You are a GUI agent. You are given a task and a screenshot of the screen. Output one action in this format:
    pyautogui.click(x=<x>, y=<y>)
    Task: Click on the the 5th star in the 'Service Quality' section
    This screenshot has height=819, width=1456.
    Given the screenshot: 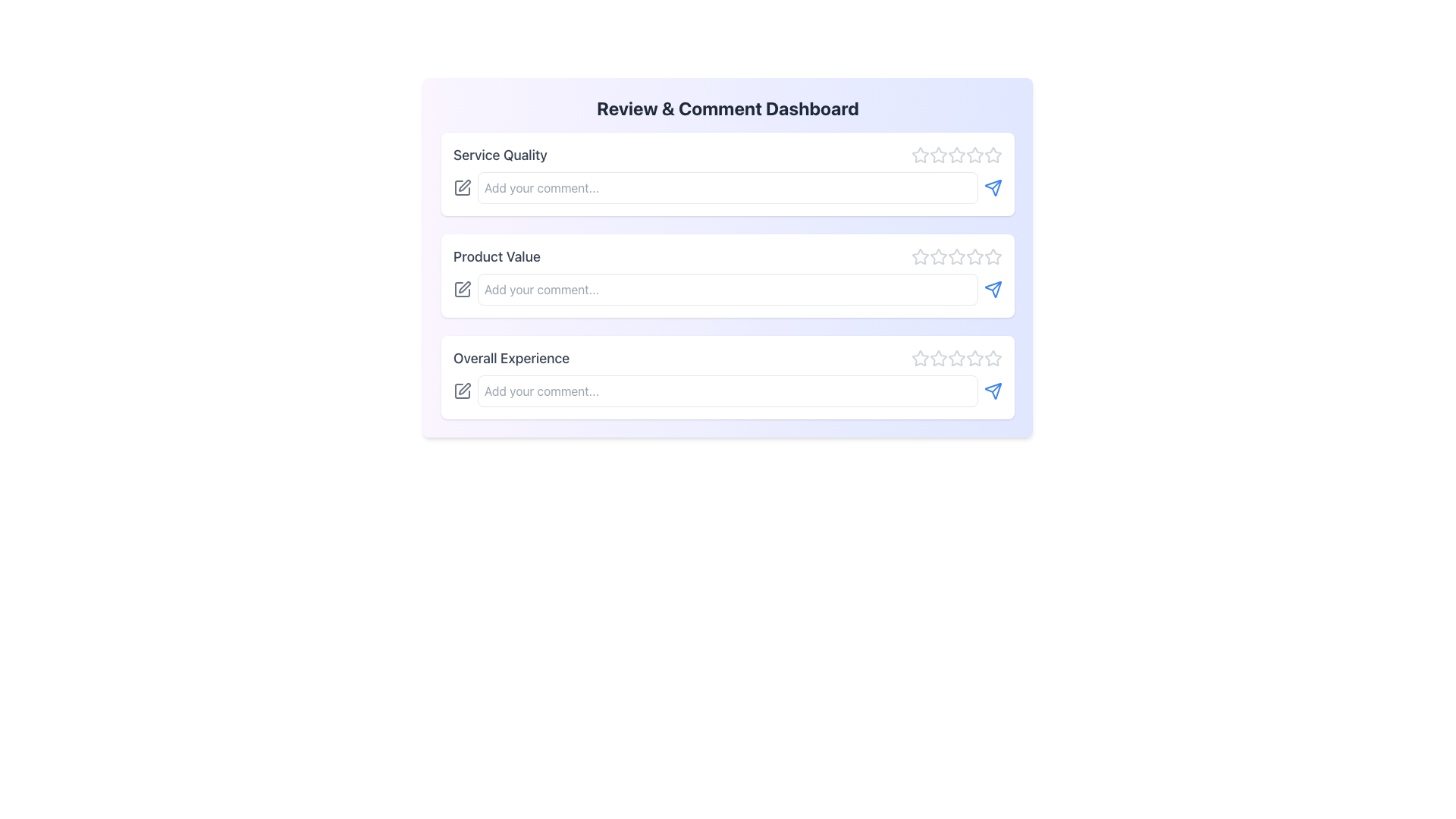 What is the action you would take?
    pyautogui.click(x=993, y=155)
    